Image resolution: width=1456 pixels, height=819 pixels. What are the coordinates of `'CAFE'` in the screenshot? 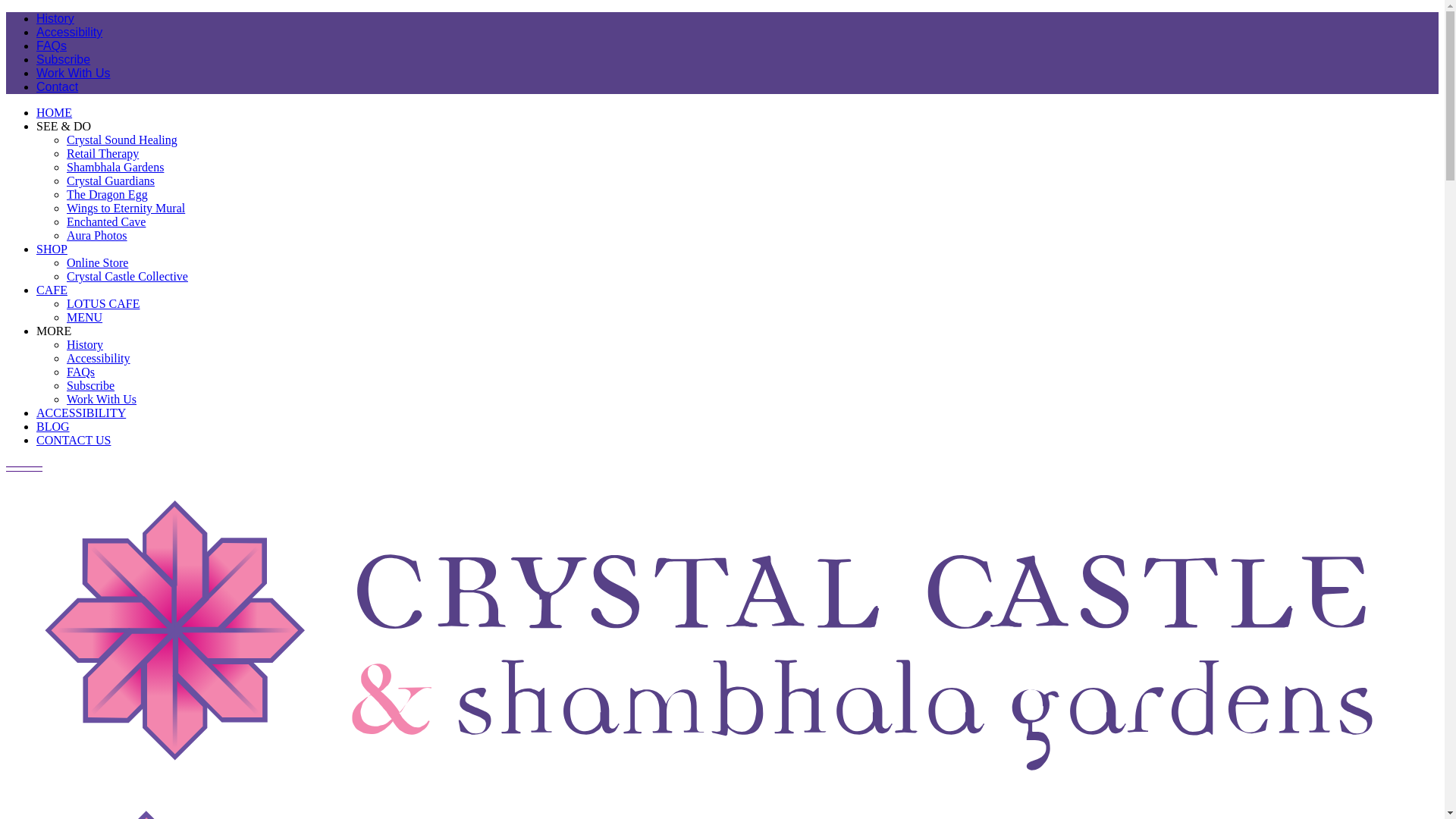 It's located at (52, 290).